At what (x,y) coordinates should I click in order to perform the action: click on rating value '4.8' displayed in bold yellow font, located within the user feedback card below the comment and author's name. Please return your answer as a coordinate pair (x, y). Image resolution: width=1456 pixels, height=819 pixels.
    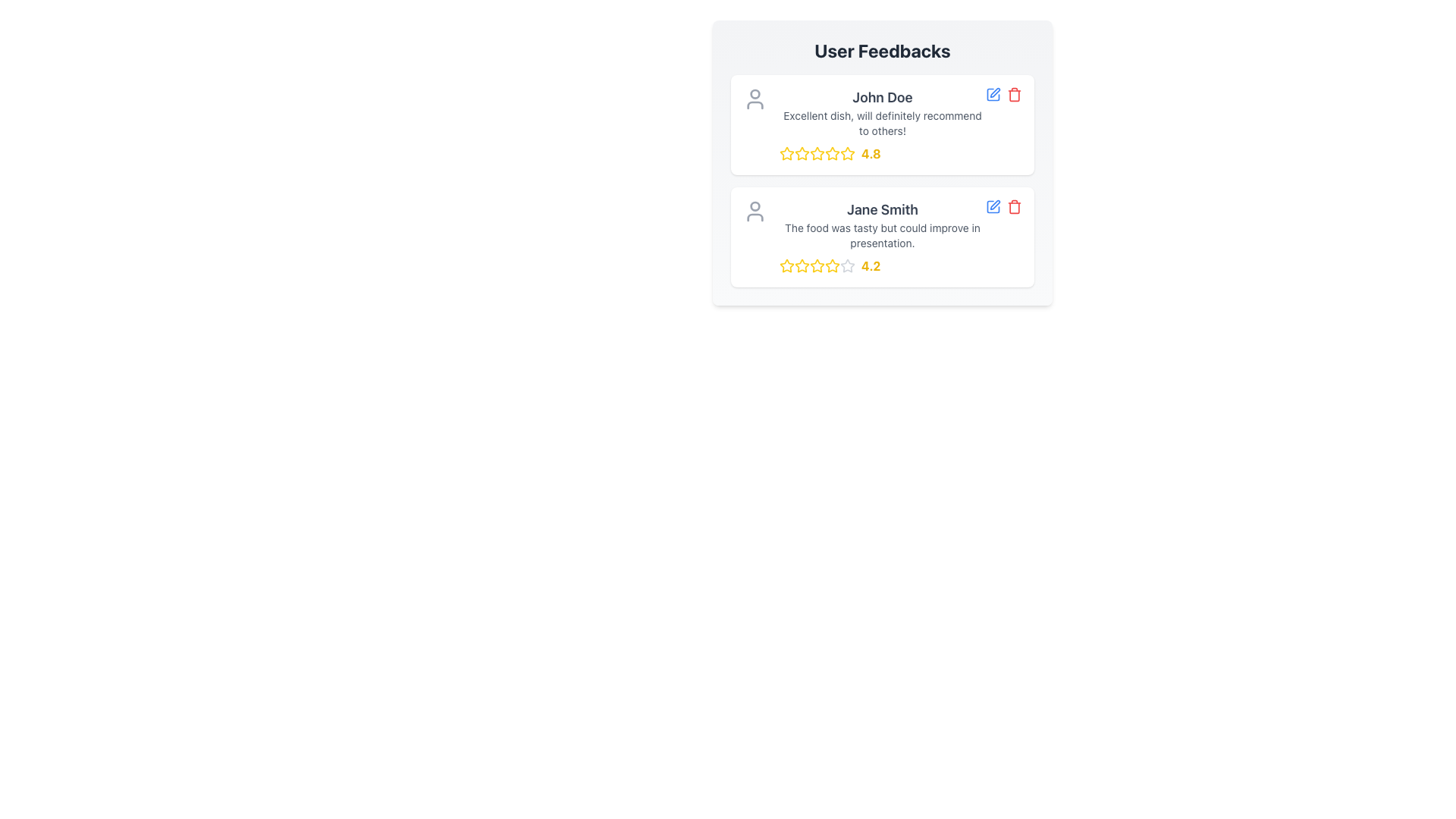
    Looking at the image, I should click on (882, 154).